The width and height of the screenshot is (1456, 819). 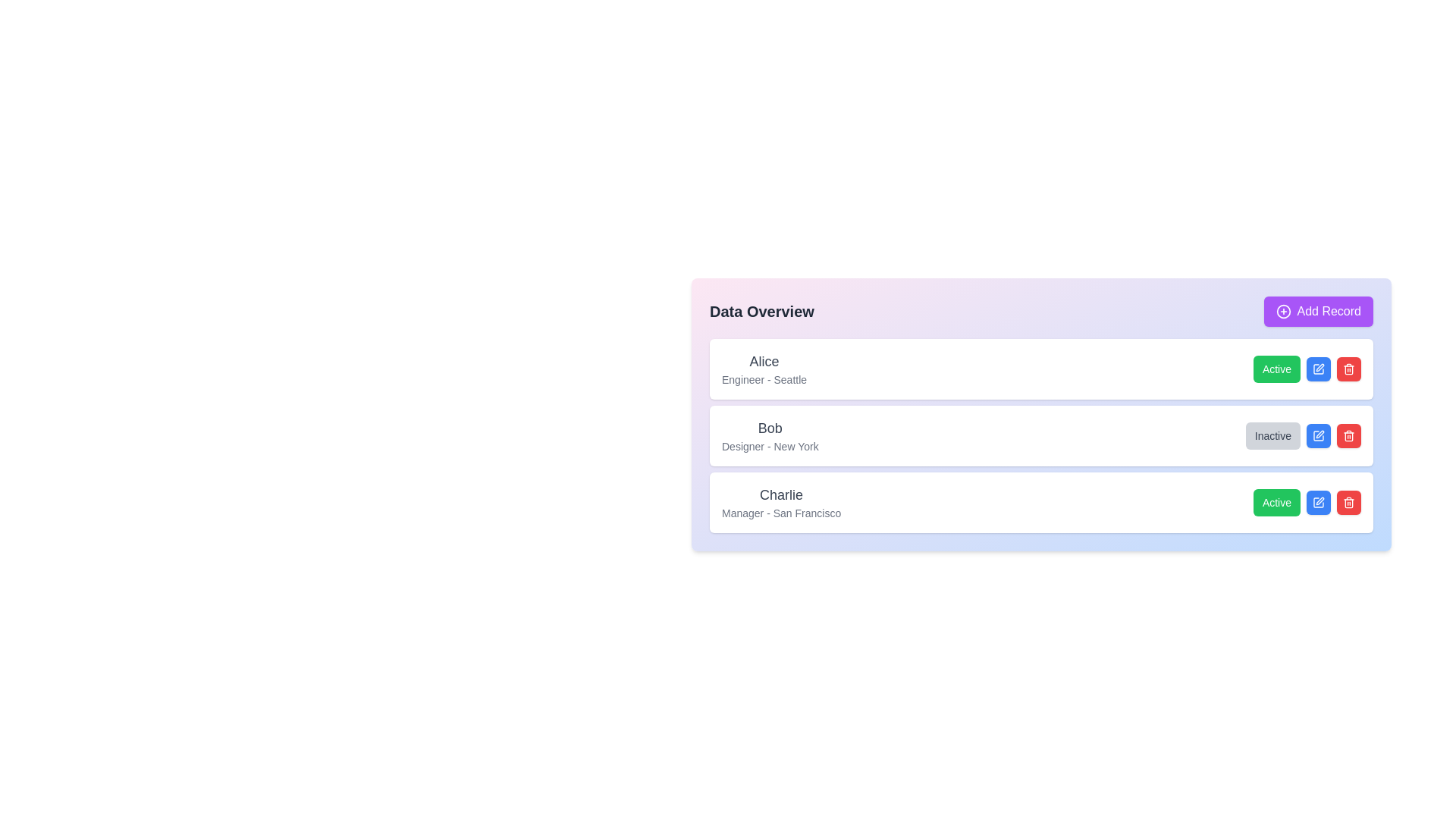 I want to click on the small light gray text label reading 'Designer - New York', which is positioned directly below the larger text 'Bob' in the second row of the 'Data Overview' section, so click(x=770, y=446).